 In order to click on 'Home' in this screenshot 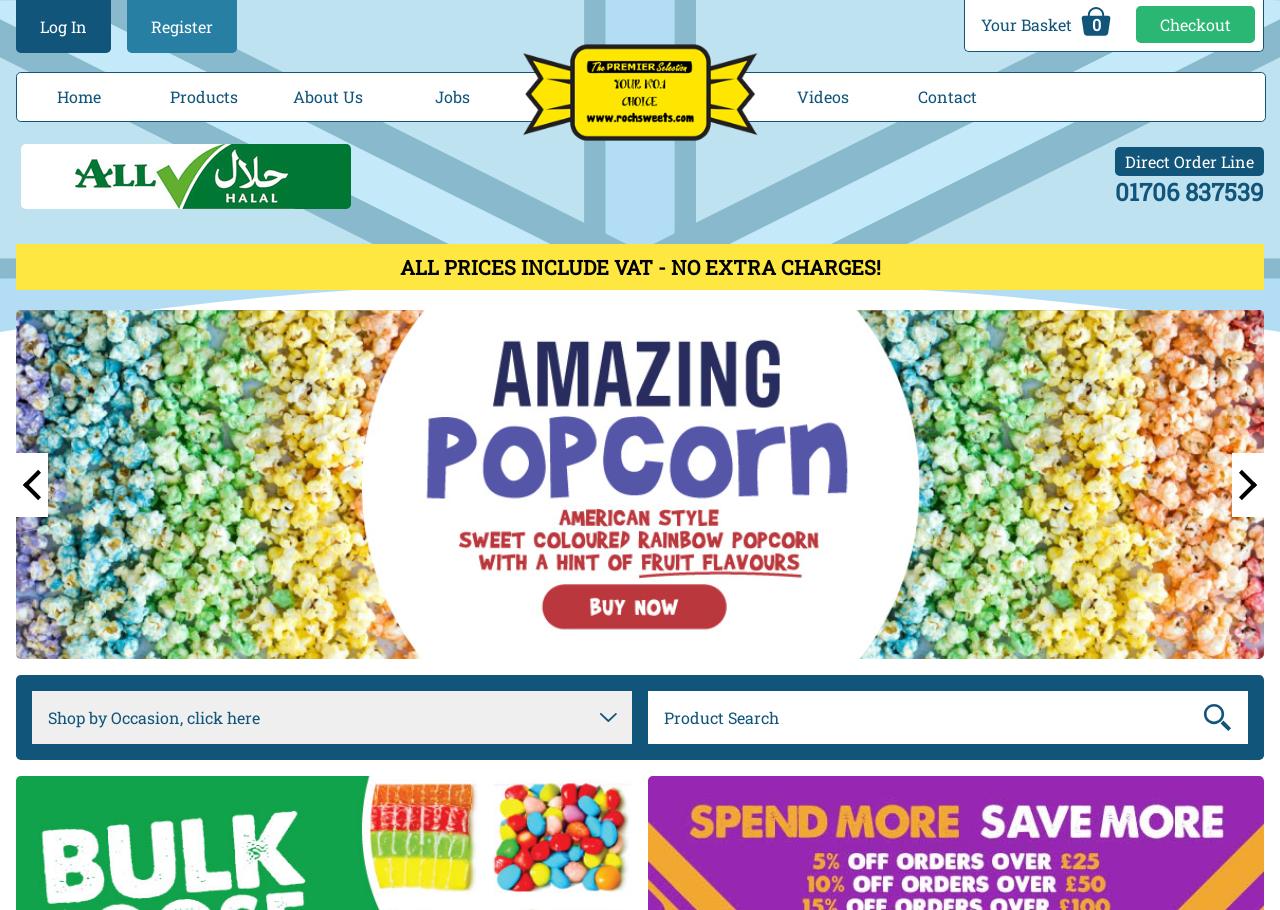, I will do `click(78, 95)`.